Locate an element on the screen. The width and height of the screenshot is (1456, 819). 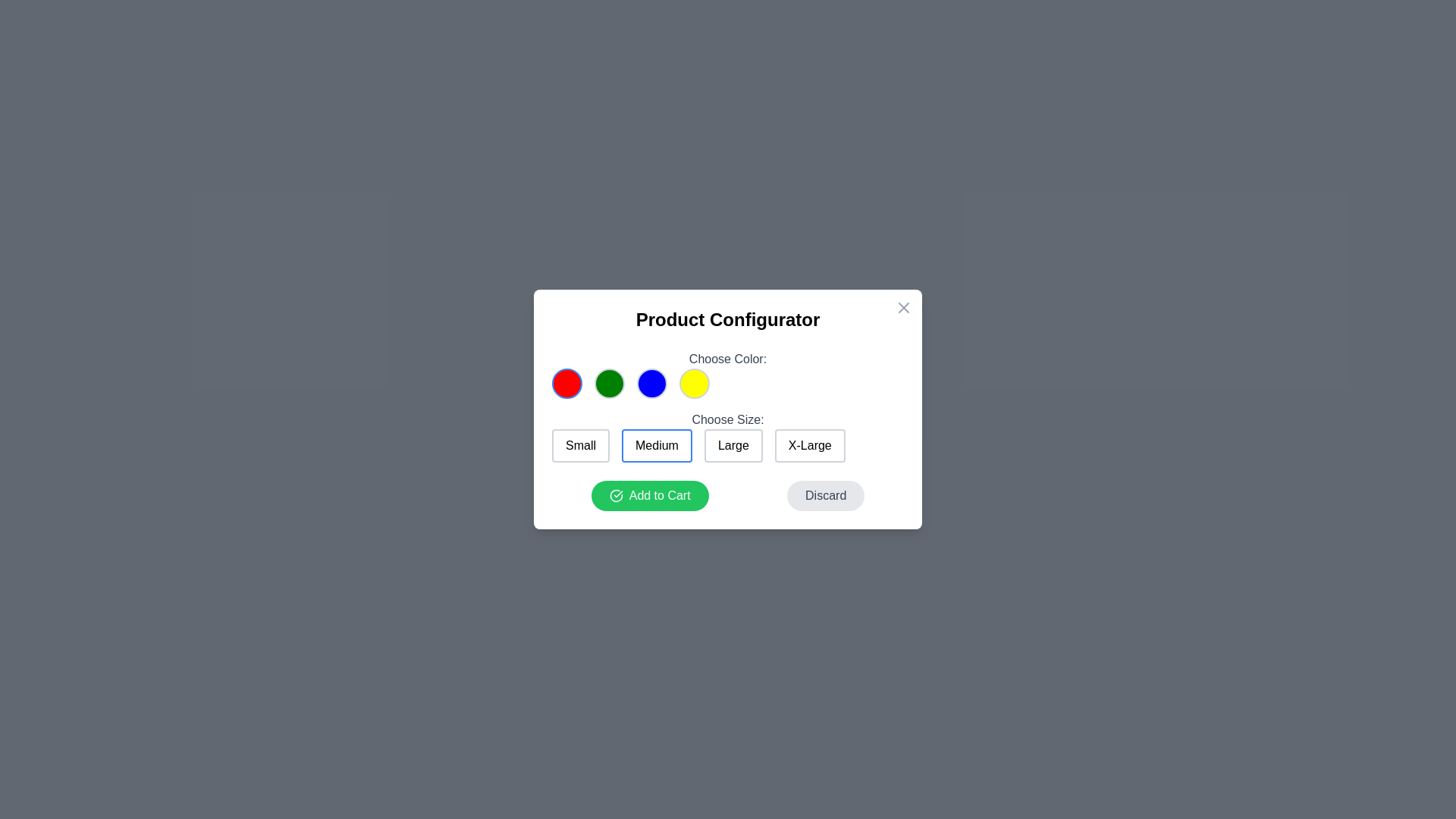
the 'Large' size selection button located beneath the 'Choose Color:' section in the modal dialog is located at coordinates (728, 436).